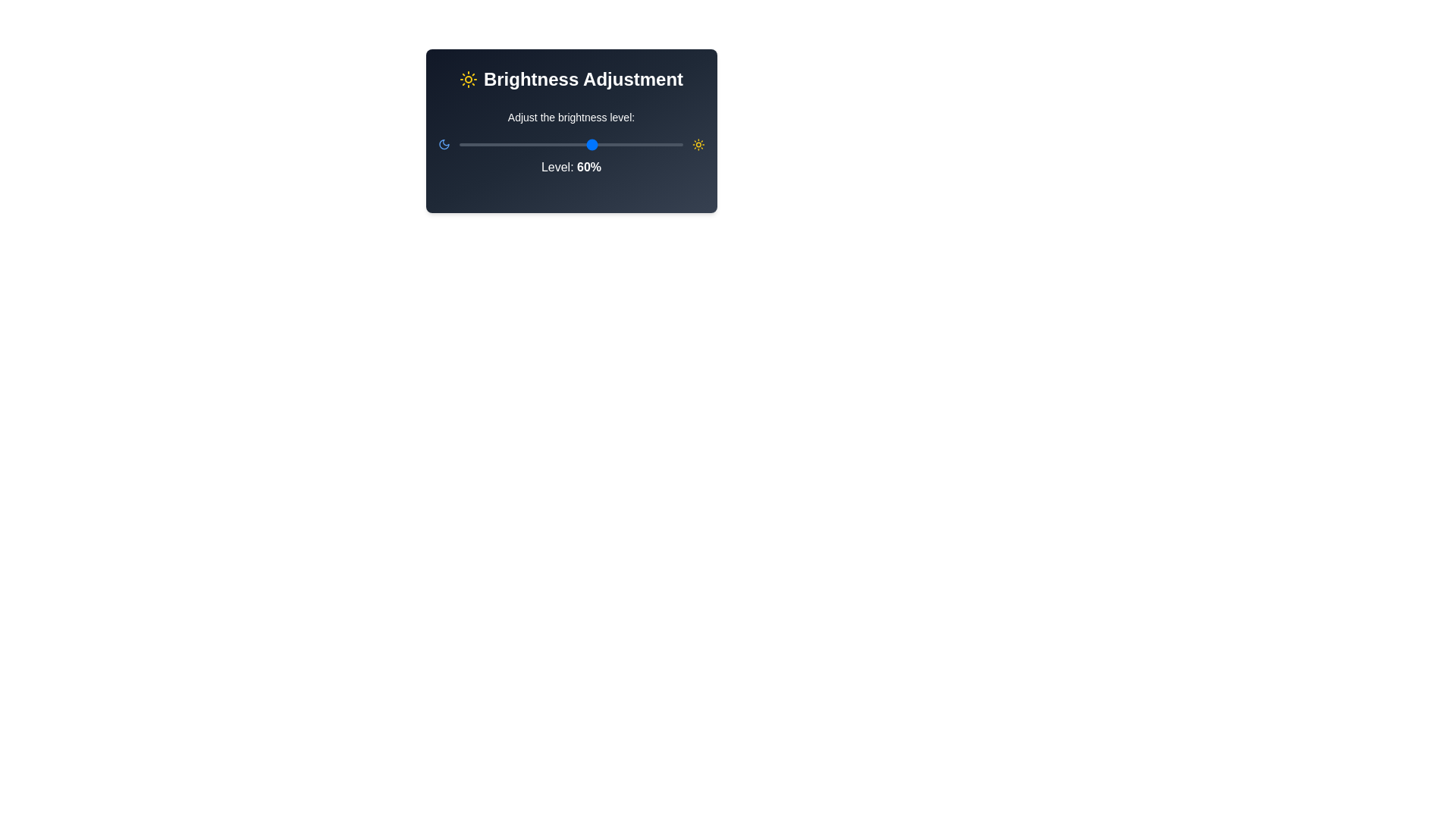  What do you see at coordinates (570, 79) in the screenshot?
I see `the 'Brightness Adjustment' title with an adjacent sun icon, which is located at the top-center region of the card interface` at bounding box center [570, 79].